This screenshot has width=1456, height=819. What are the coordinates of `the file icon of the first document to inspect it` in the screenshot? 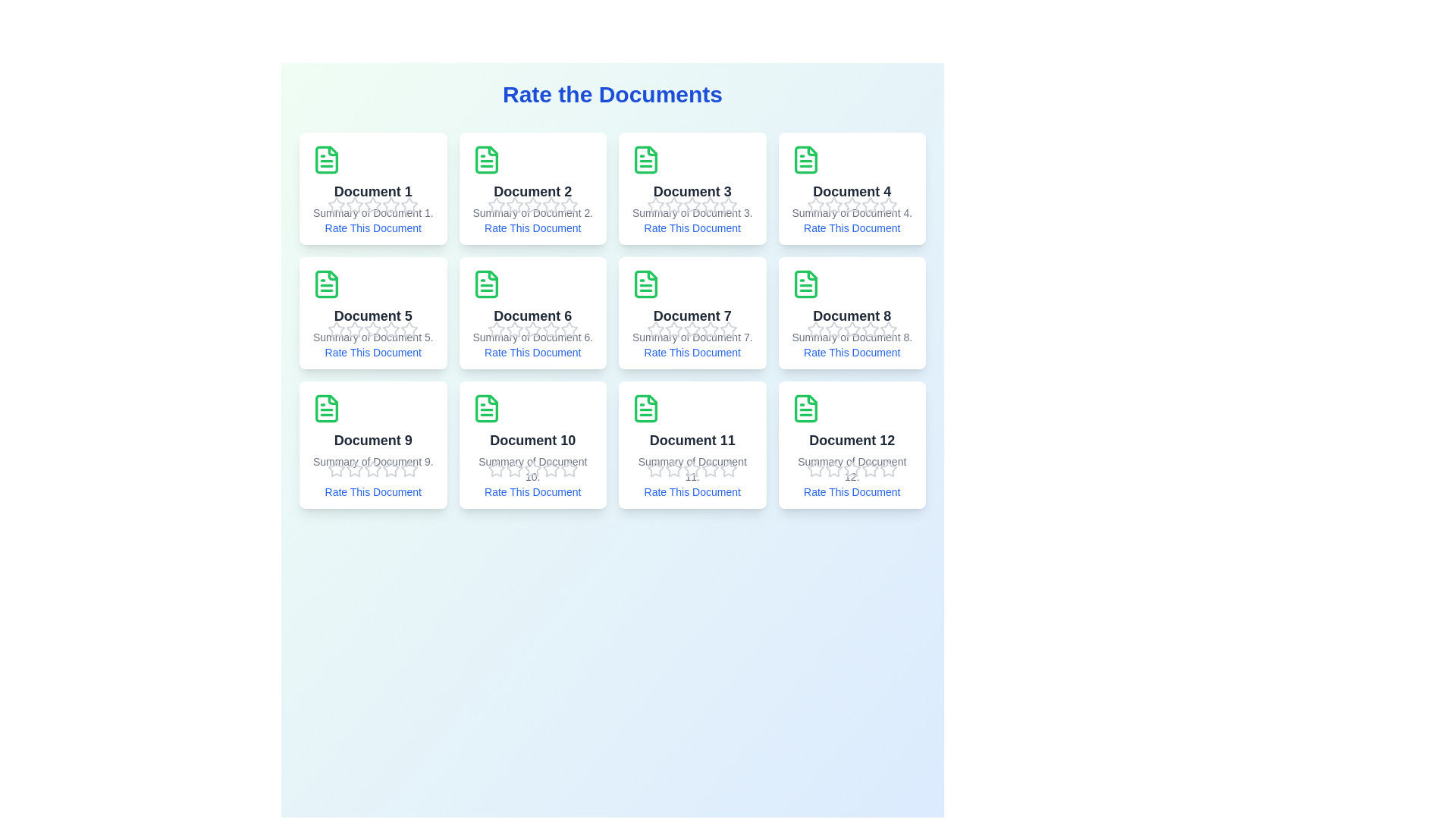 It's located at (326, 160).